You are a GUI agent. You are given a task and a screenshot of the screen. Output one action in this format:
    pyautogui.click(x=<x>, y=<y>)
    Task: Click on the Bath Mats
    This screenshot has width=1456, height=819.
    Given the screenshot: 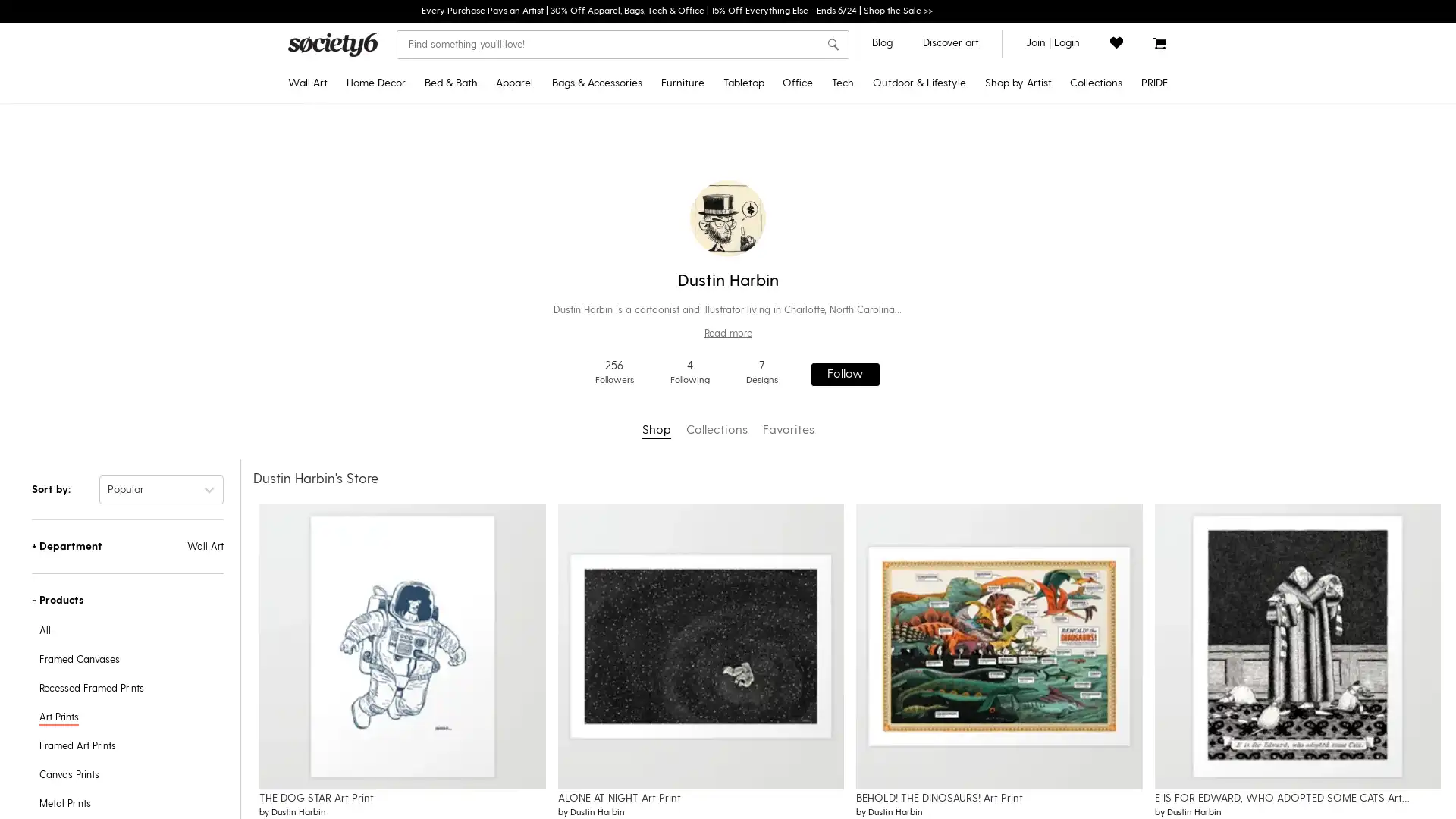 What is the action you would take?
    pyautogui.click(x=483, y=219)
    